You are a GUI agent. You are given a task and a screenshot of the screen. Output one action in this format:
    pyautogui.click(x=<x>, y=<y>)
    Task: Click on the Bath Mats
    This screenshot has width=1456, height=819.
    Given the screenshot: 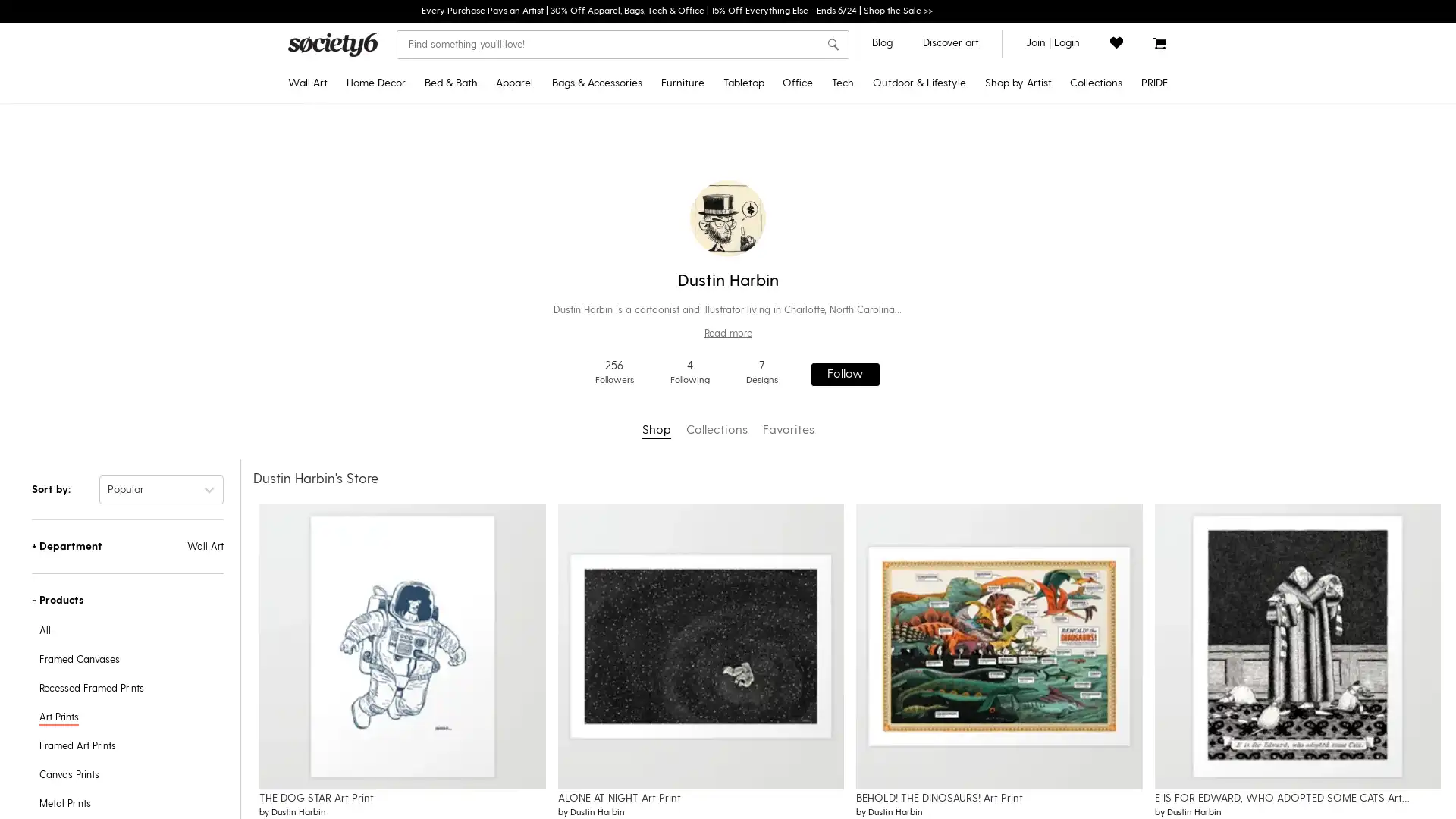 What is the action you would take?
    pyautogui.click(x=483, y=219)
    